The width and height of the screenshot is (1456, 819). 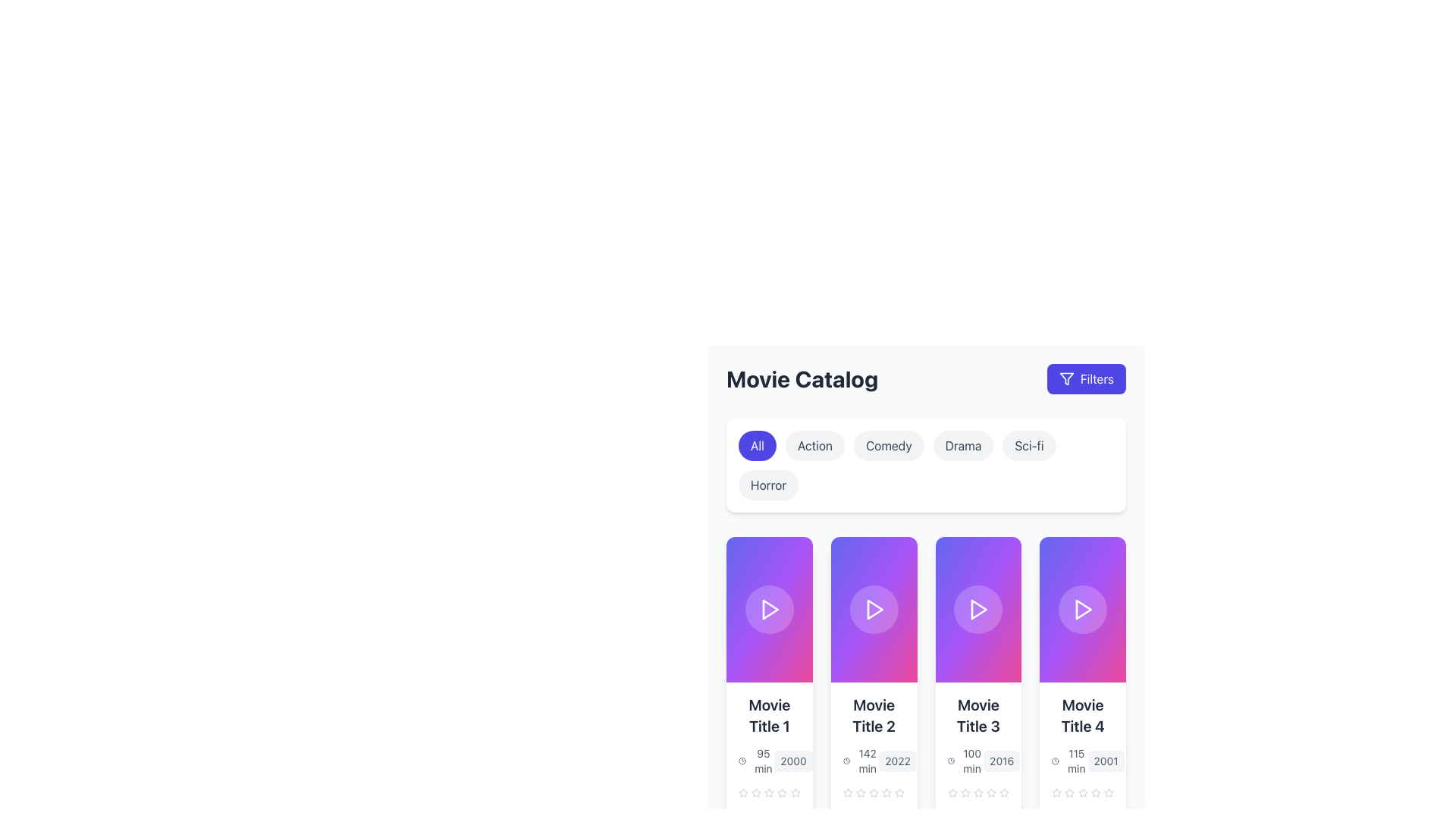 I want to click on the fifth star rating element for 'Movie Title 4' located in the bottom section of the movie card, so click(x=1056, y=792).